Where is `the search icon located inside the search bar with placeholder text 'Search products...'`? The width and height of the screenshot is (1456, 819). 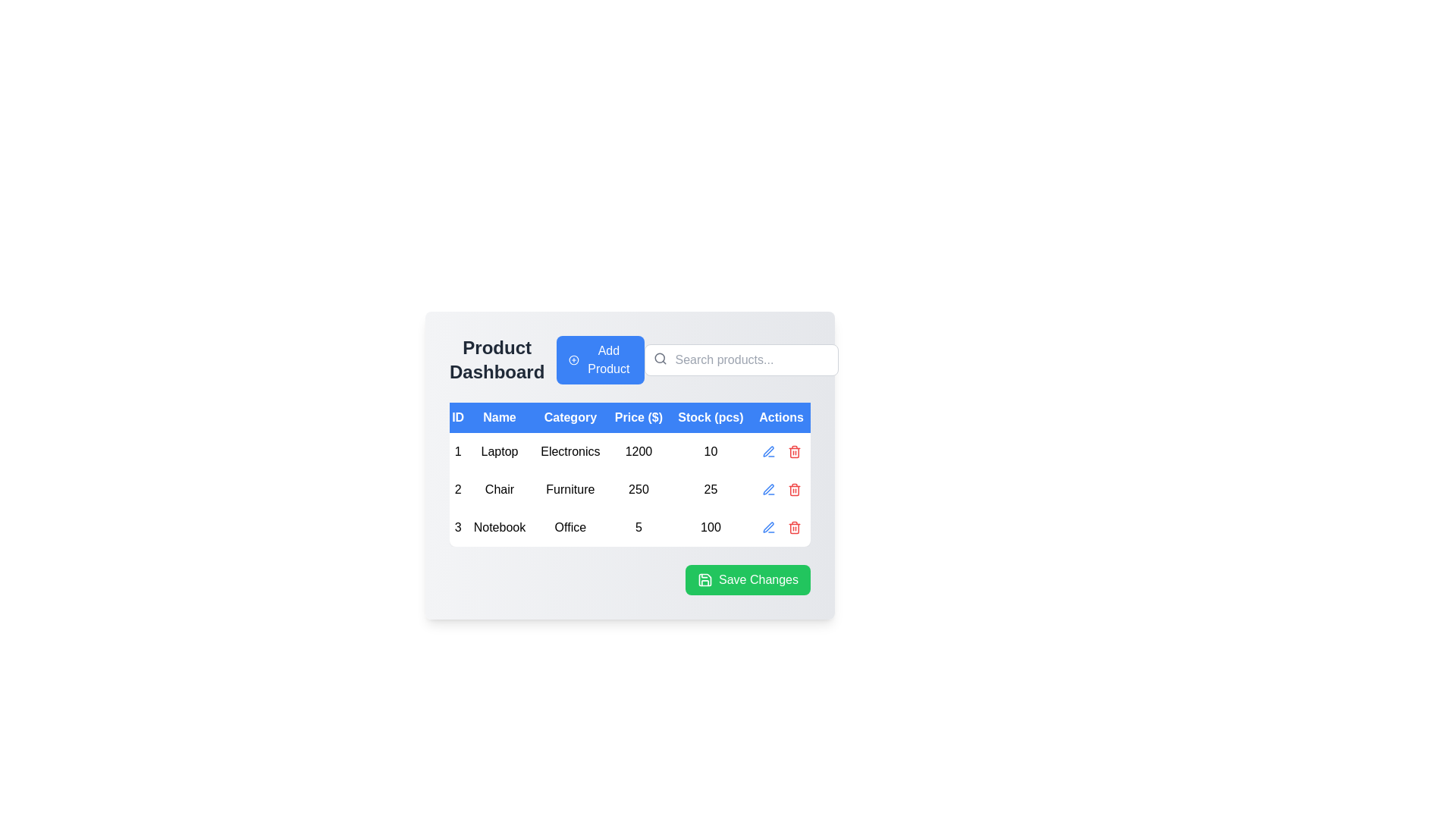 the search icon located inside the search bar with placeholder text 'Search products...' is located at coordinates (660, 359).